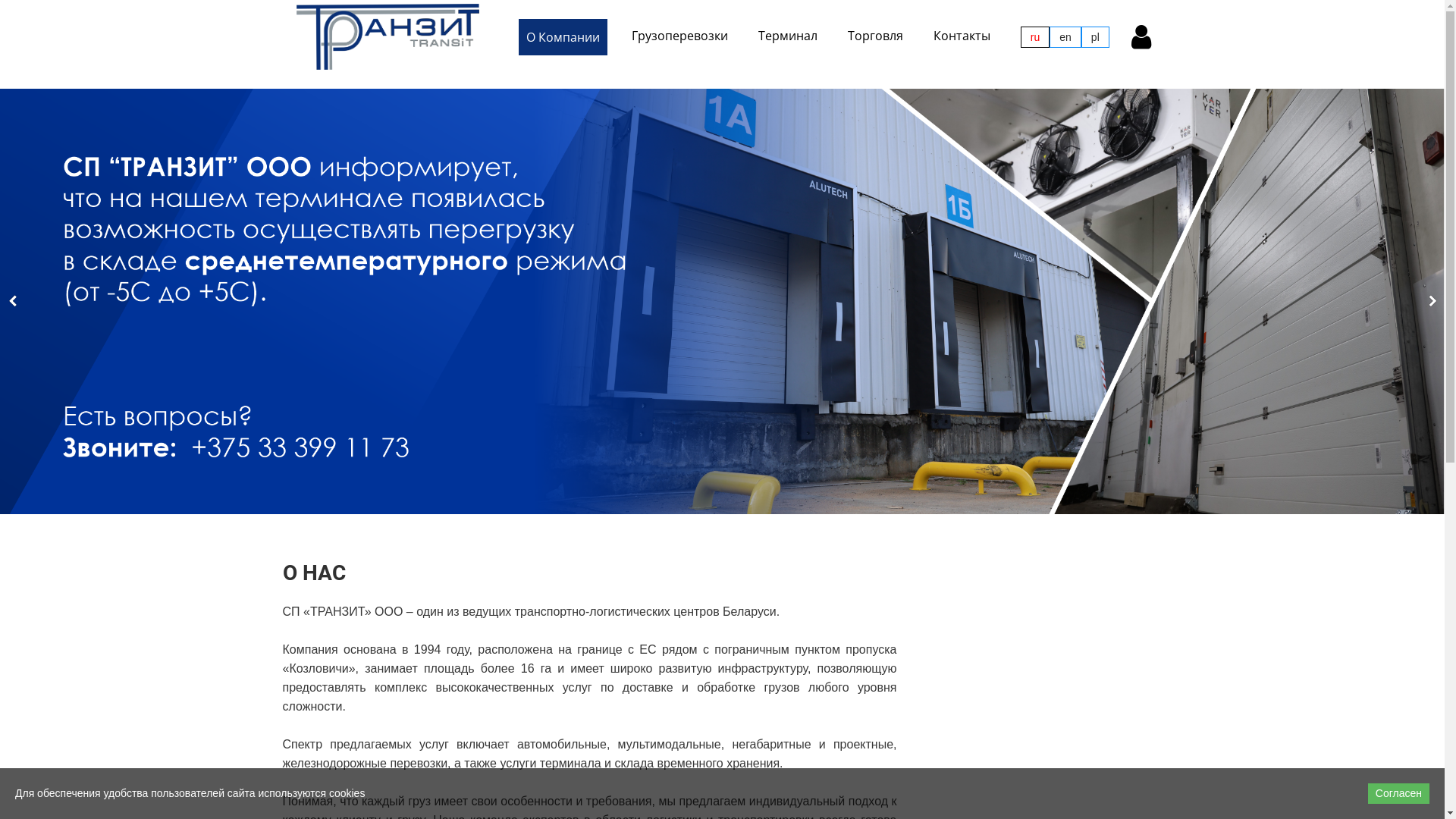 This screenshot has height=819, width=1456. Describe the element at coordinates (1080, 36) in the screenshot. I see `'pl'` at that location.